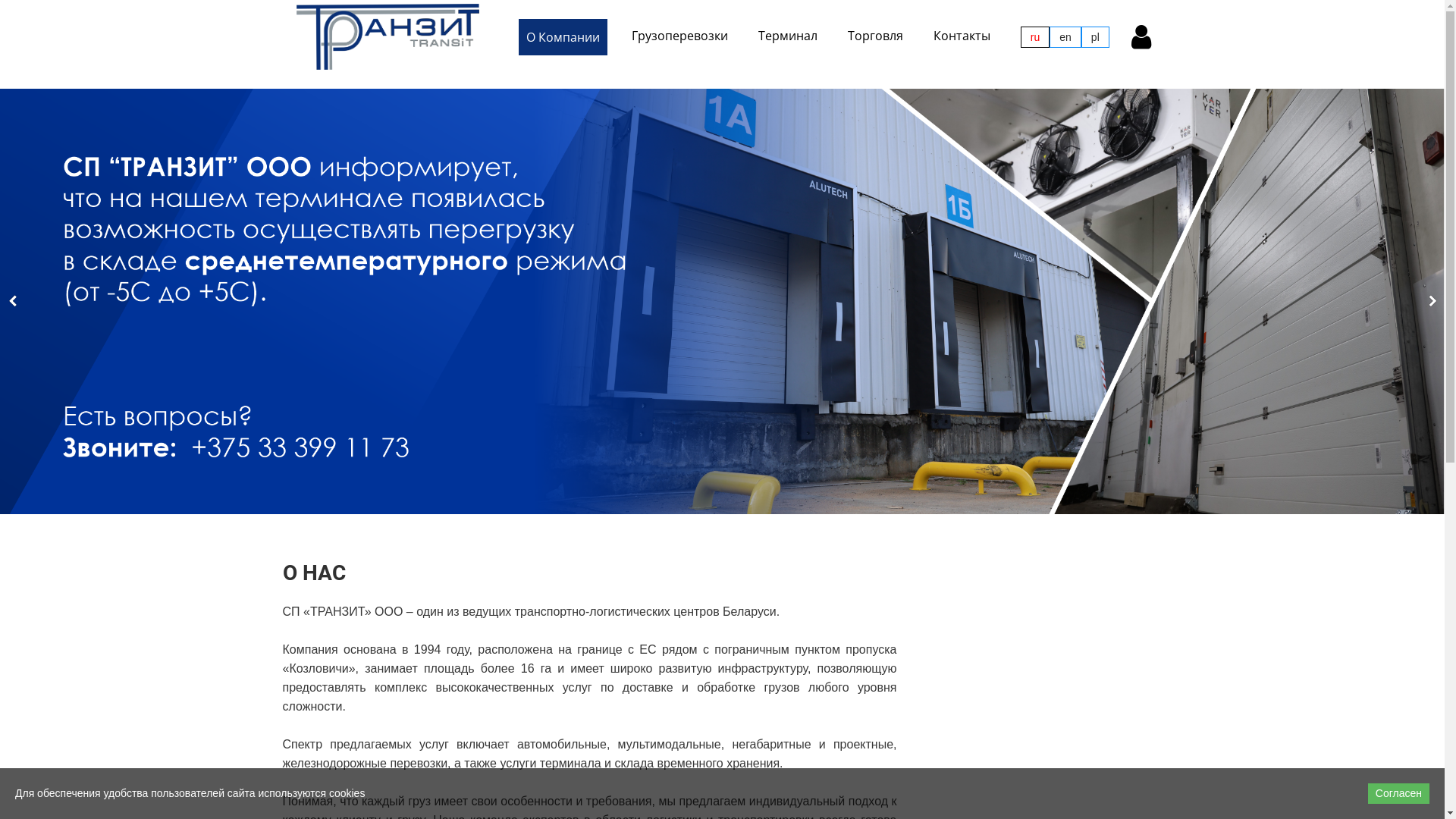 This screenshot has height=819, width=1456. Describe the element at coordinates (1080, 36) in the screenshot. I see `'pl'` at that location.